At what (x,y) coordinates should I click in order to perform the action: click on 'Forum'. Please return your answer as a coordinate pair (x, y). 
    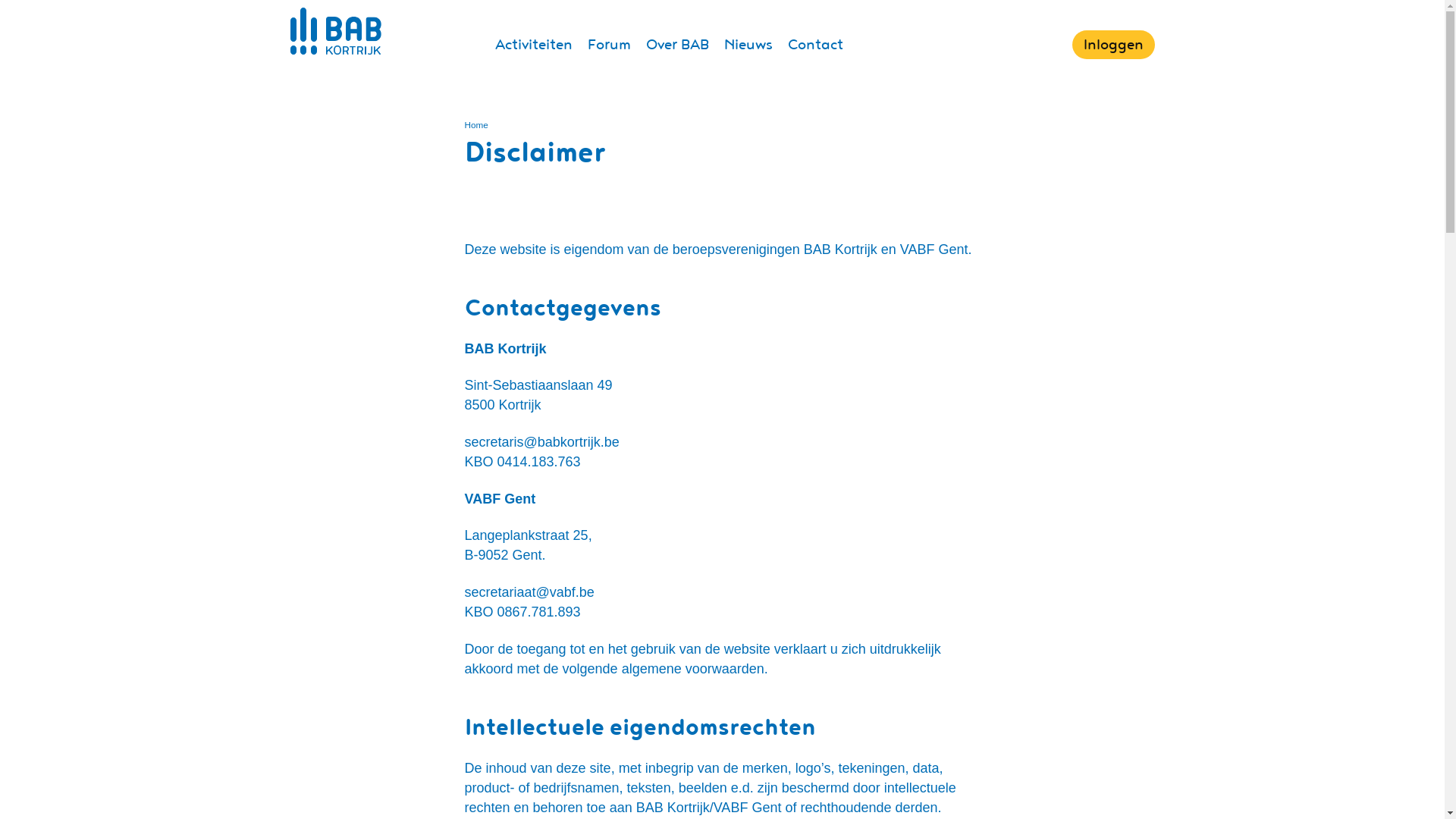
    Looking at the image, I should click on (608, 43).